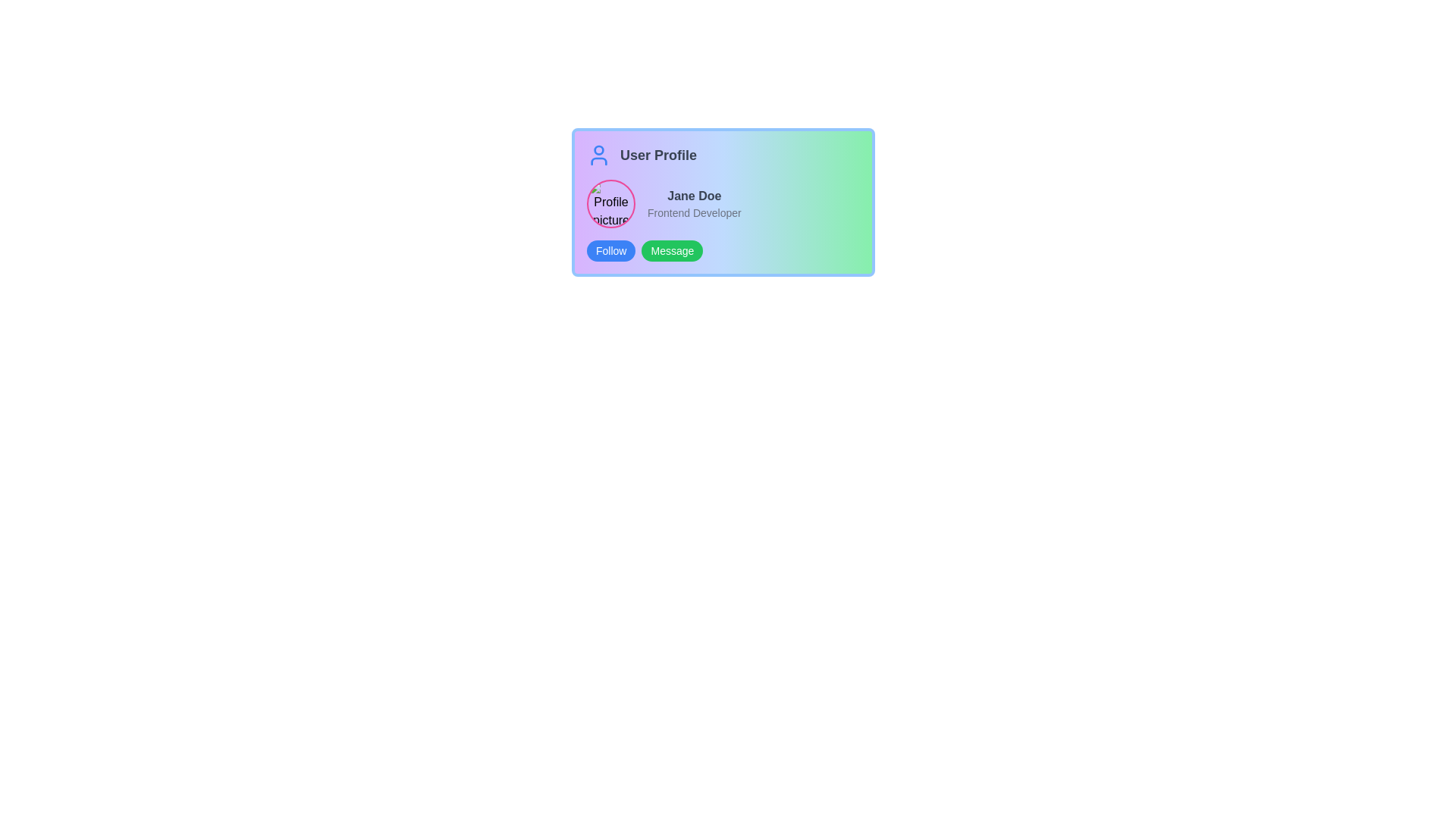  Describe the element at coordinates (611, 203) in the screenshot. I see `the circular profile picture with a pink border, located at the leftmost part of the user profile section` at that location.